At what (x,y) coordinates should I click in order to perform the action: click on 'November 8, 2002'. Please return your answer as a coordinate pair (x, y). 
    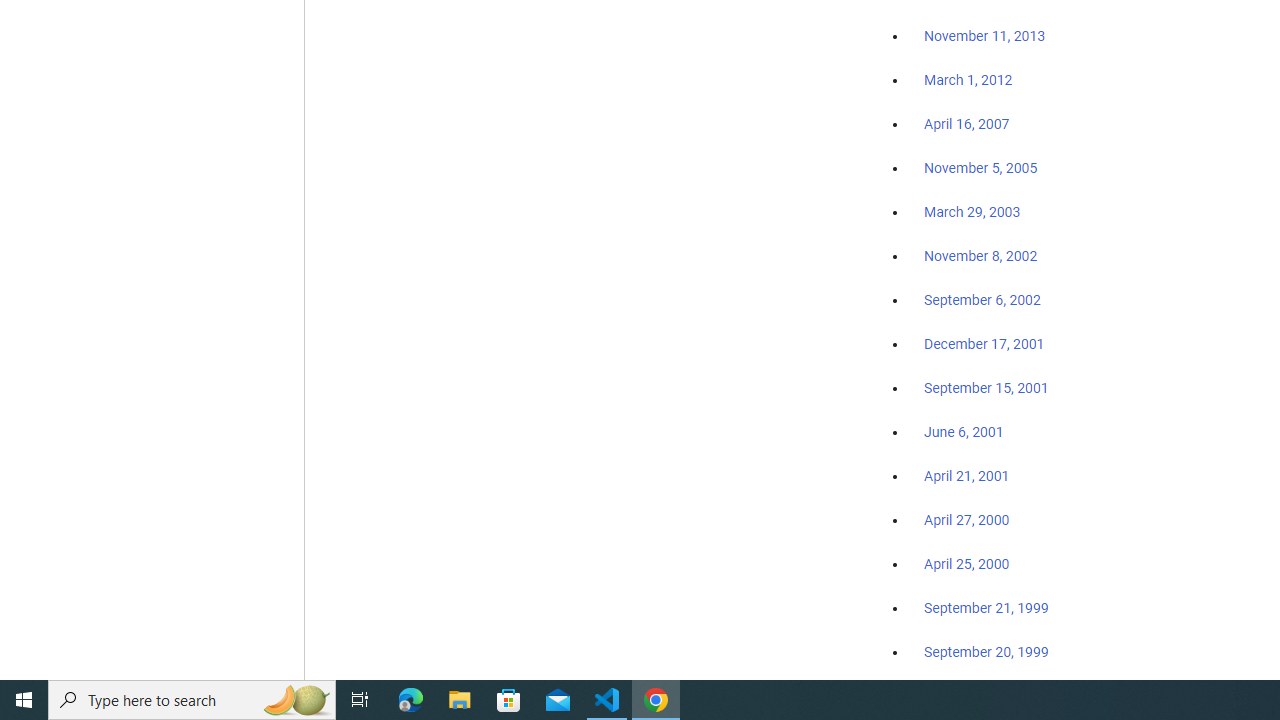
    Looking at the image, I should click on (981, 255).